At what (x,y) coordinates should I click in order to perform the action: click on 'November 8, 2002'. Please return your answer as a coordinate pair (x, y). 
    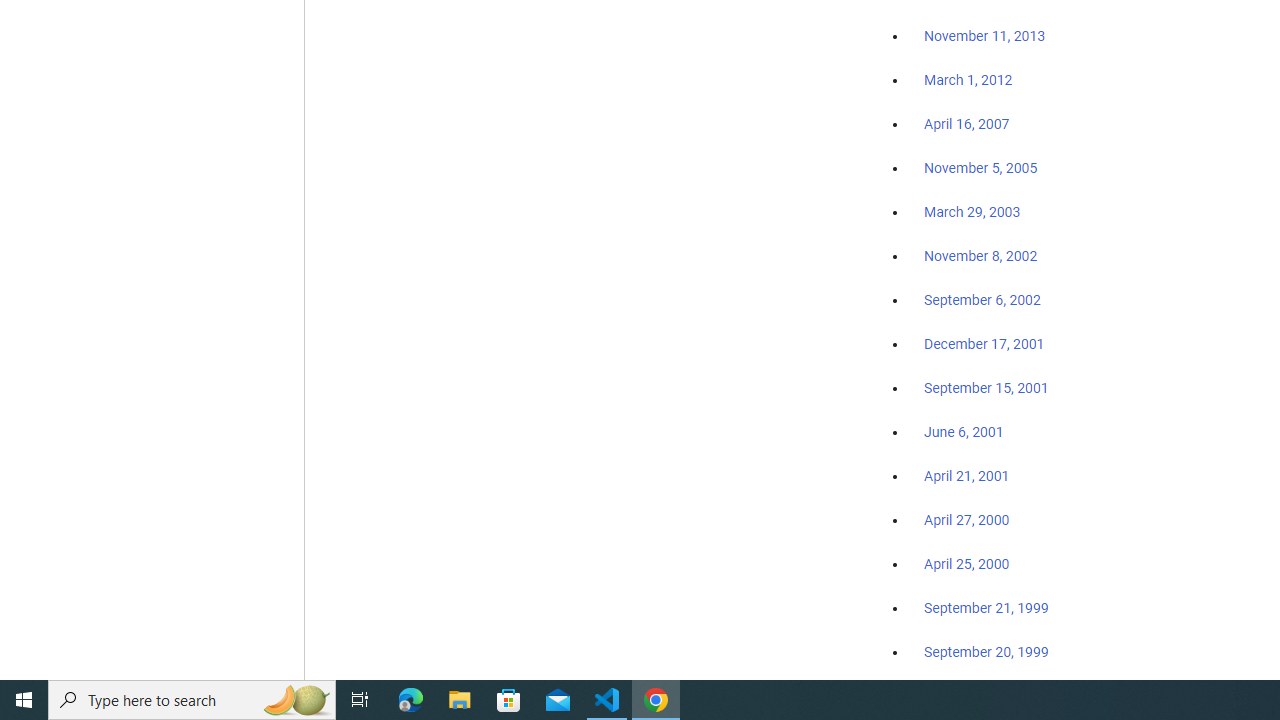
    Looking at the image, I should click on (981, 255).